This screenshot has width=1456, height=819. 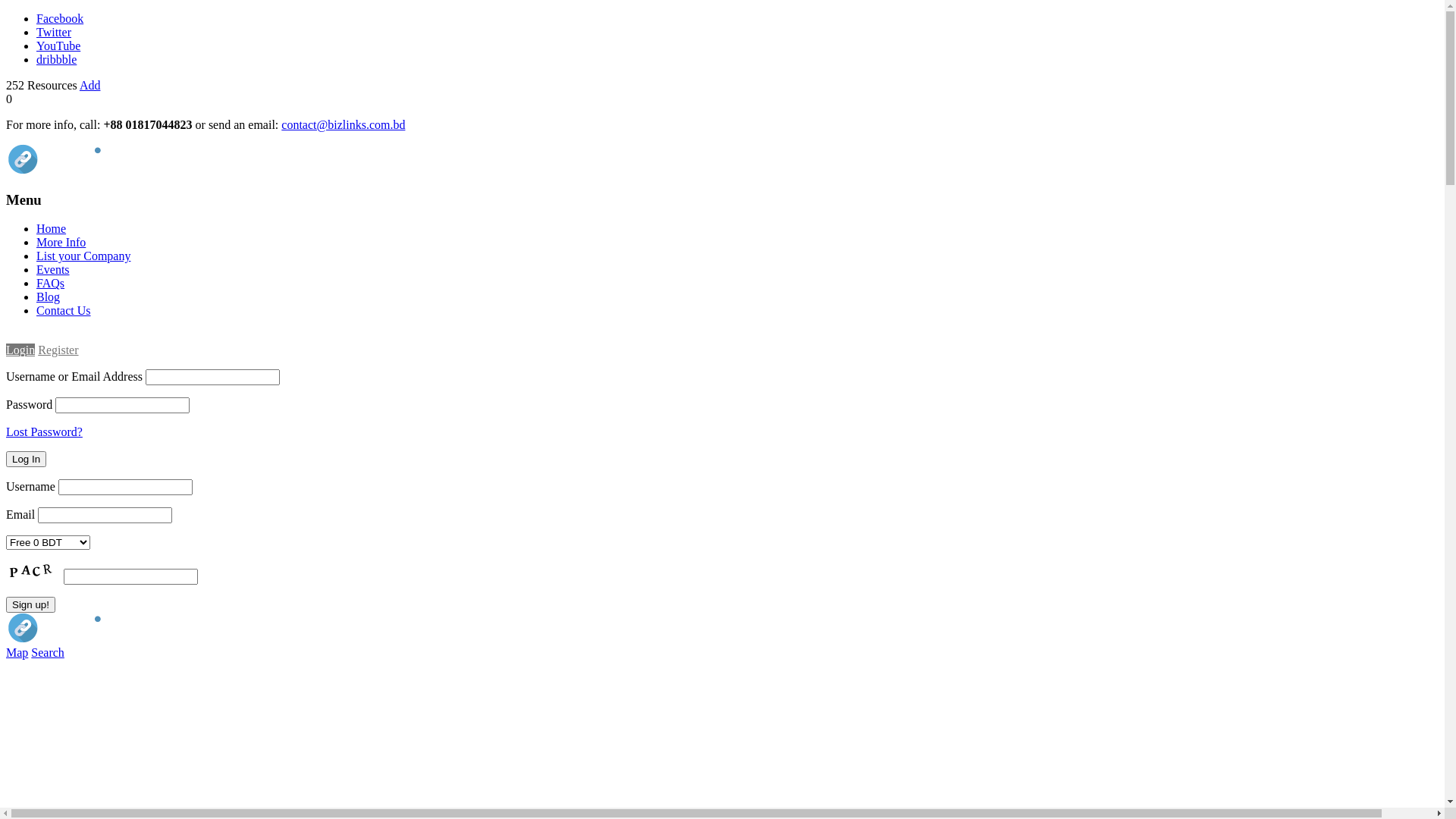 I want to click on 'dribbble', so click(x=56, y=58).